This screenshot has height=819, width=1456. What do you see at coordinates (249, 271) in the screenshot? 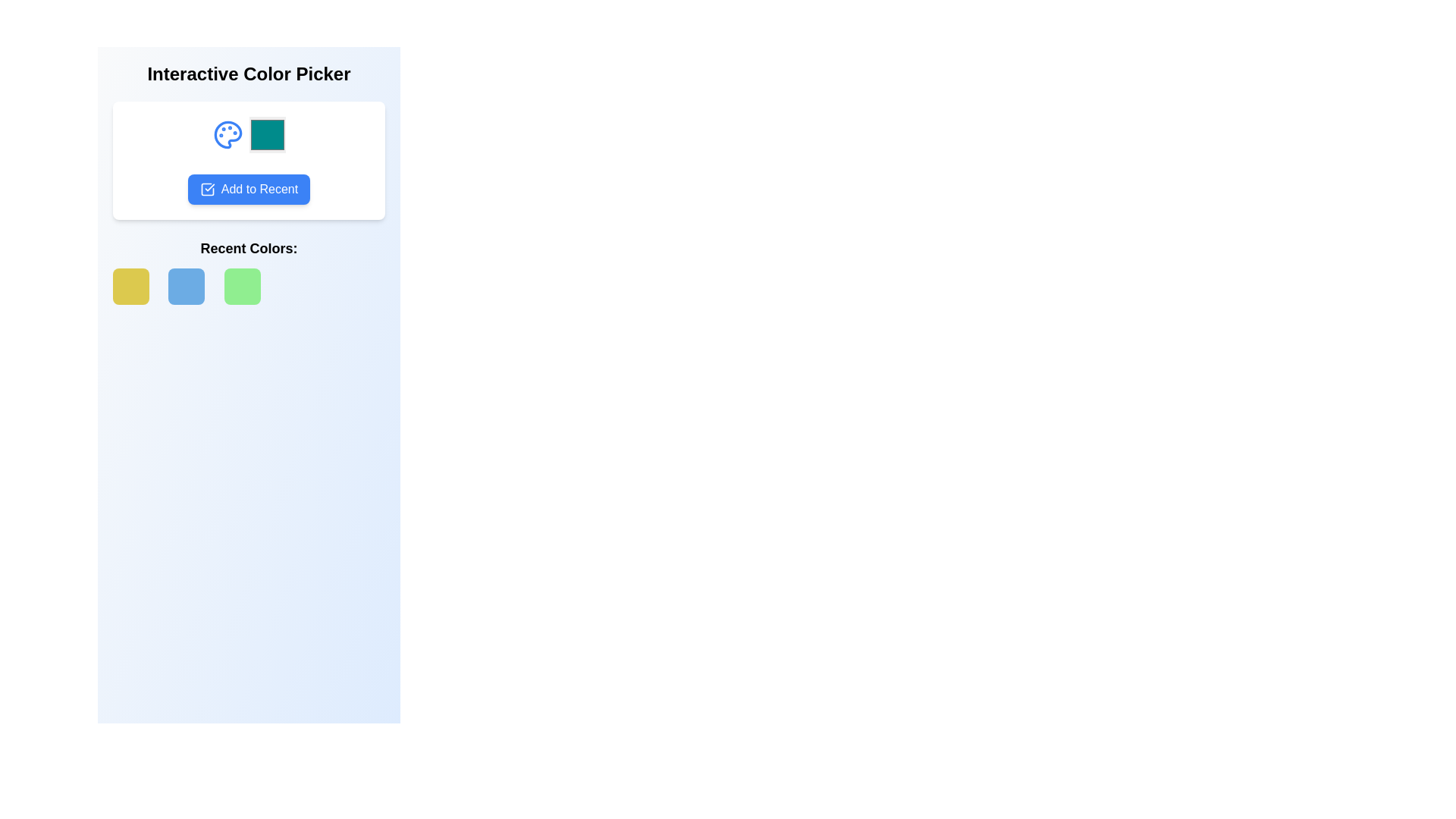
I see `the third green square box with rounded corners located below the heading 'Recent Colors:'` at bounding box center [249, 271].